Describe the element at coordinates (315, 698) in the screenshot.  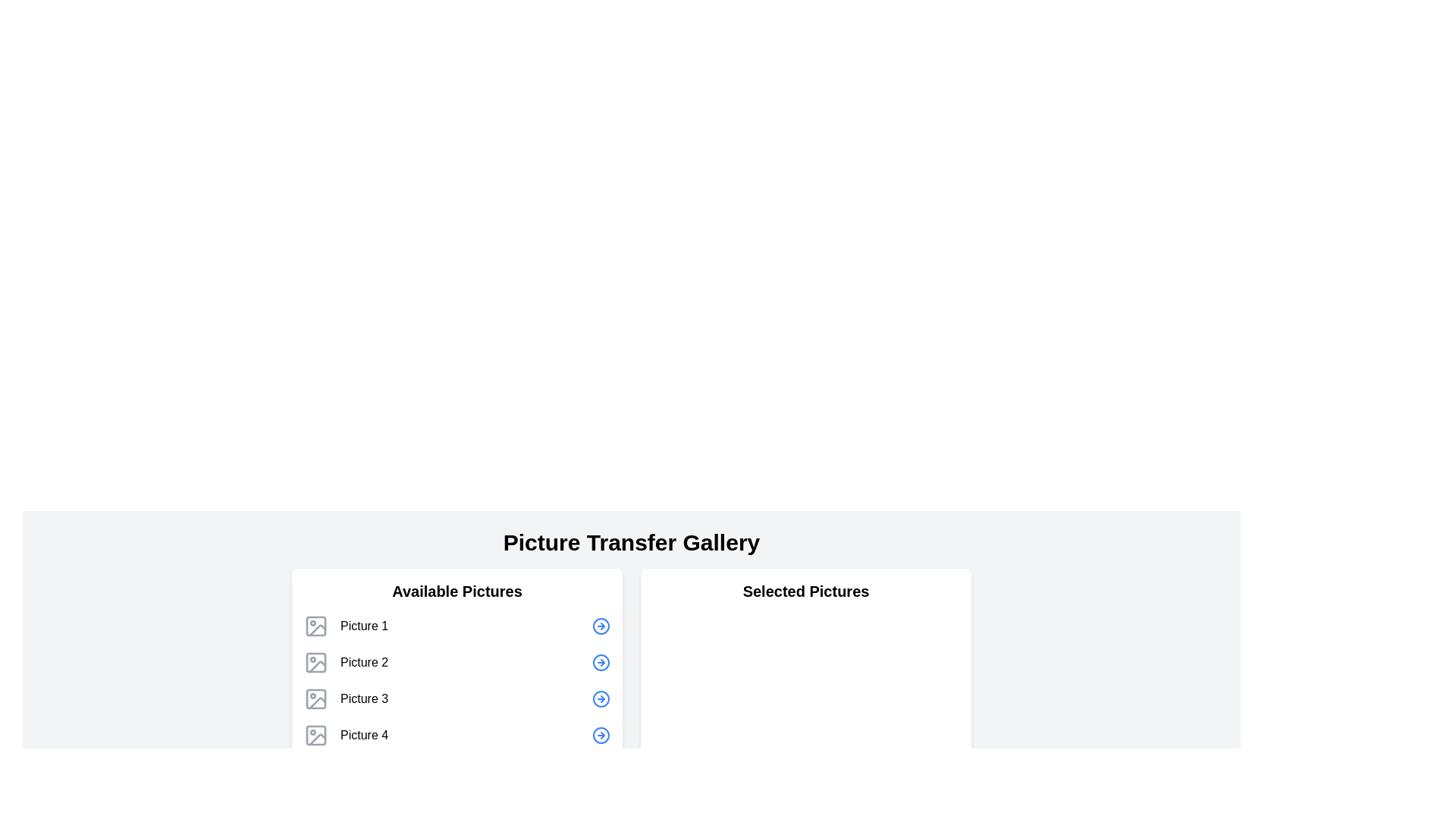
I see `the graphical background component of the 'Picture 3' icon in the 'Available Pictures' column of the 'Picture Transfer Gallery' interface` at that location.